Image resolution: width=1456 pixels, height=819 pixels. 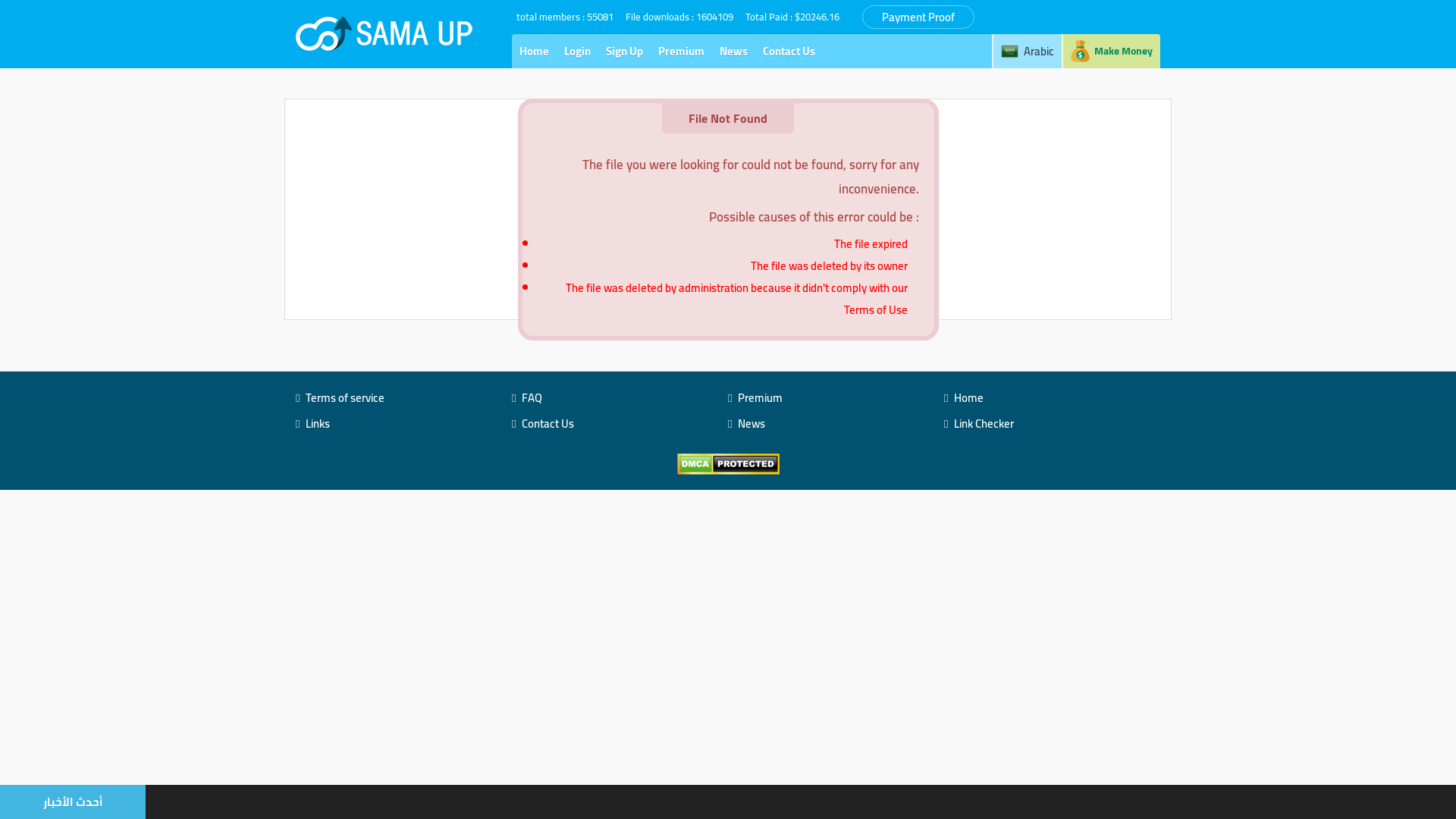 What do you see at coordinates (534, 50) in the screenshot?
I see `'Home'` at bounding box center [534, 50].